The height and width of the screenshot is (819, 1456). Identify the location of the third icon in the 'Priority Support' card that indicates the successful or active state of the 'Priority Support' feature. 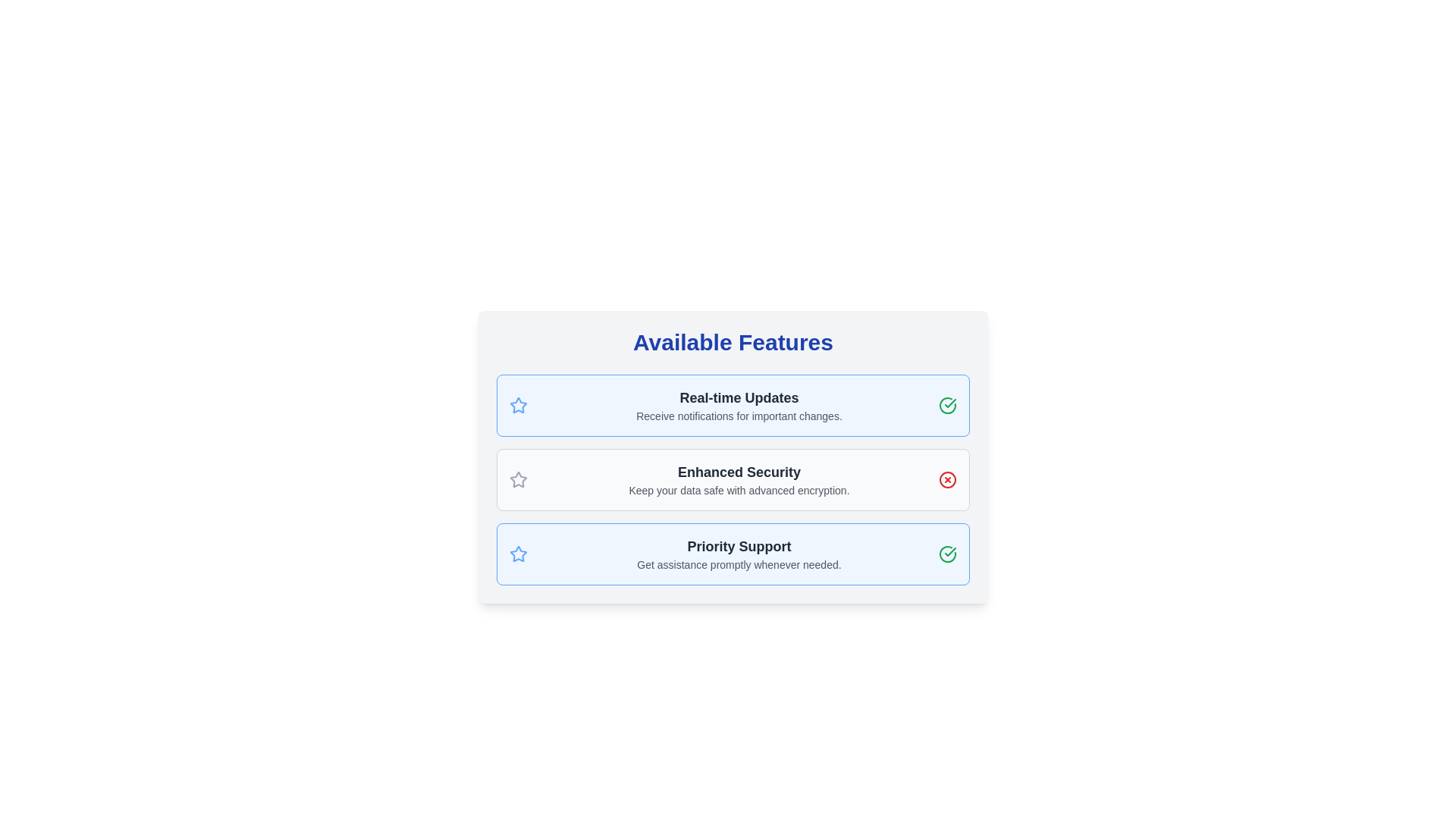
(946, 554).